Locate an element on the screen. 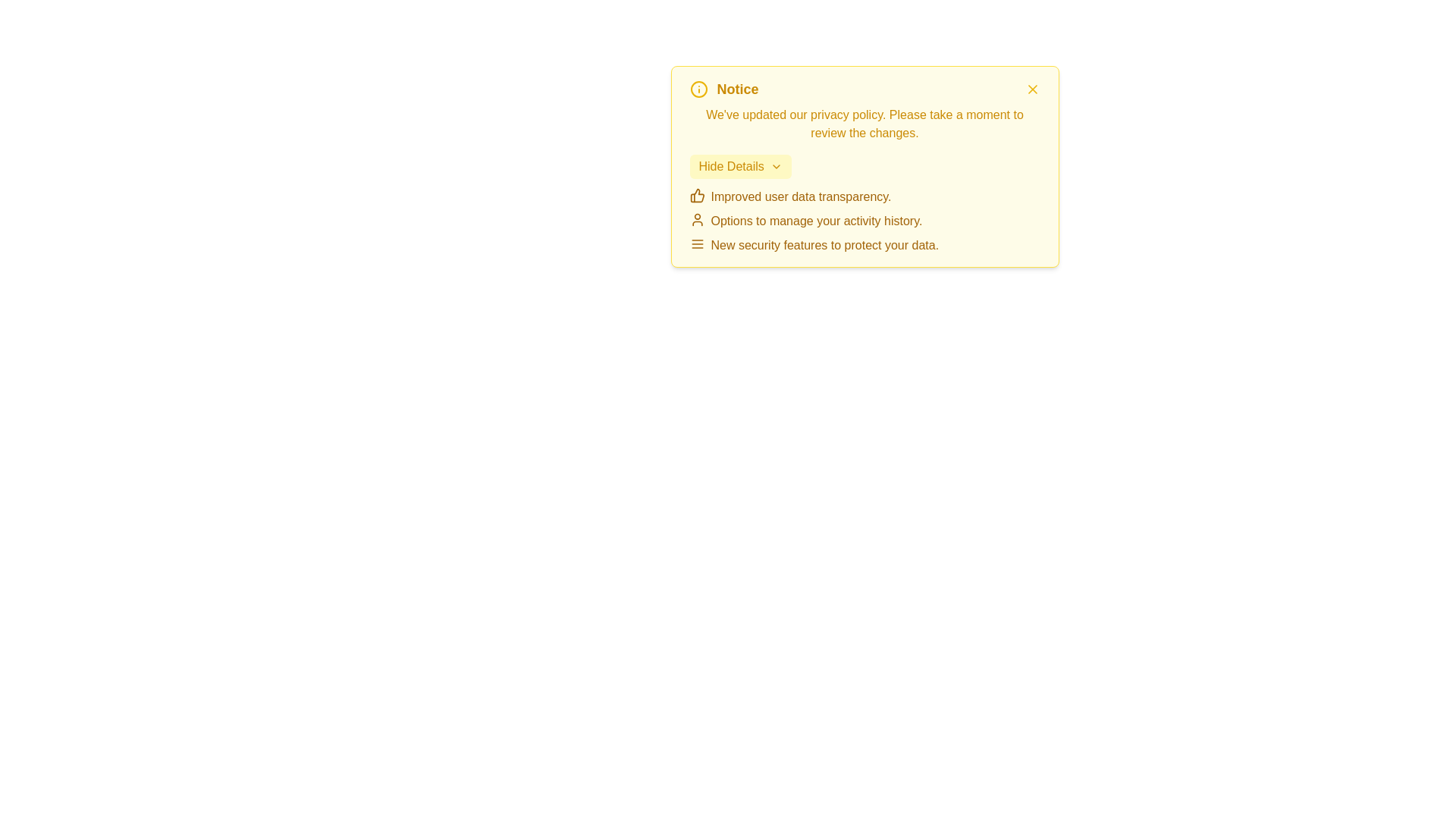 The height and width of the screenshot is (819, 1456). the descriptive text label located within the list of features under the notice card, specifically the second item positioned between 'Improved user data transparency.' and 'New security features to protect your data.' is located at coordinates (815, 221).